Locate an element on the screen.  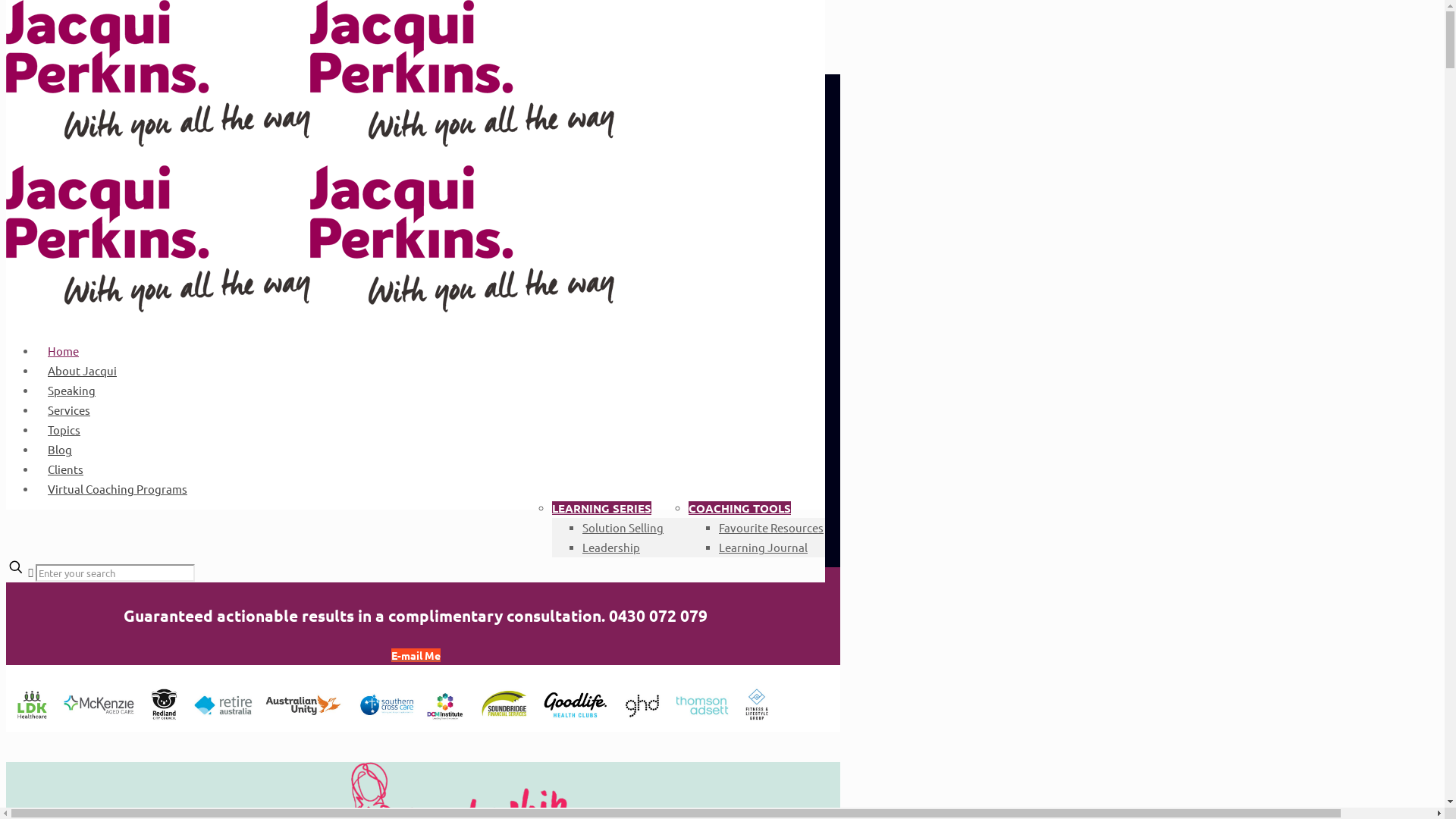
'Clients' is located at coordinates (64, 468).